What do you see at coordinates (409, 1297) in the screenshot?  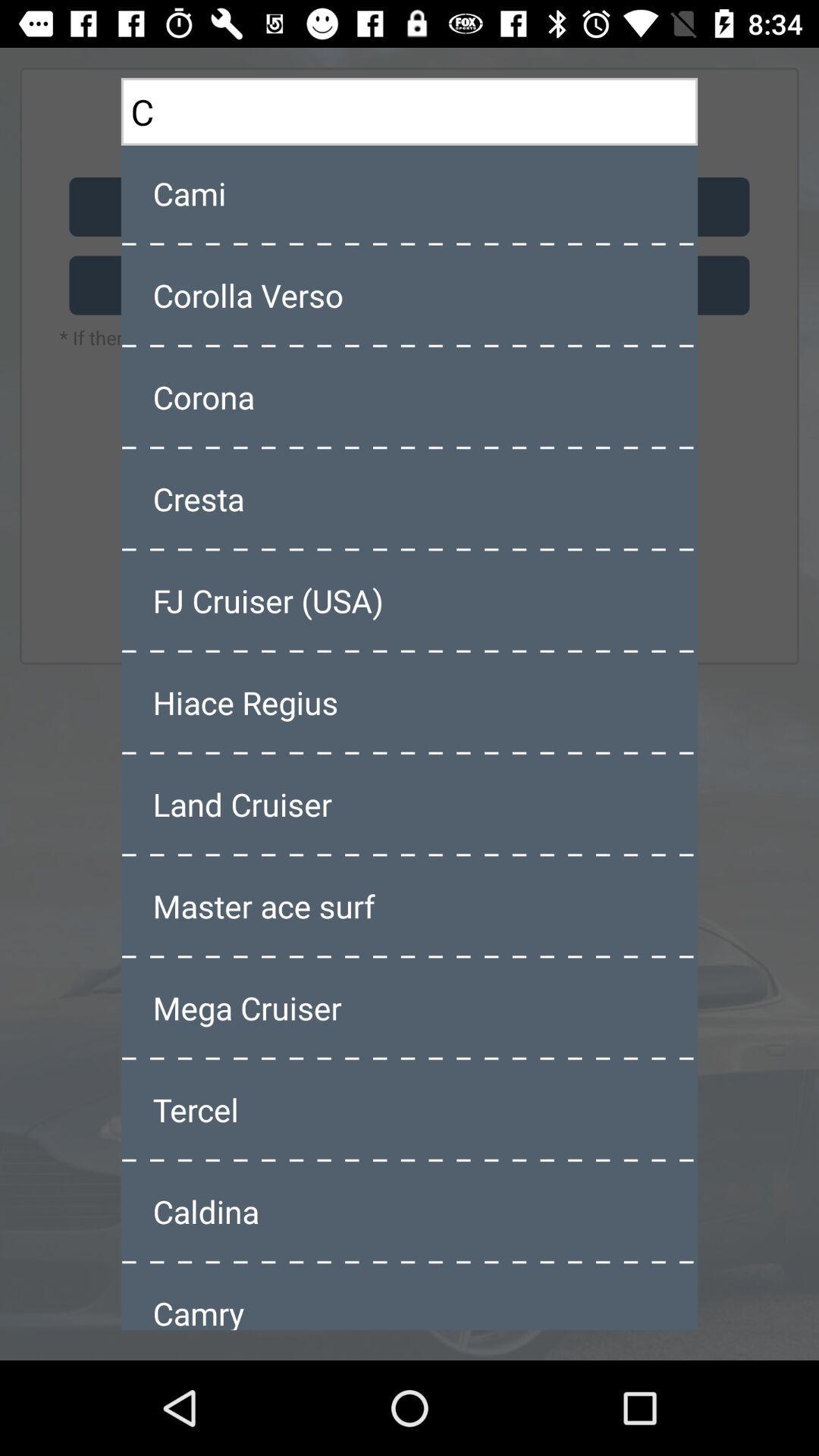 I see `camry item` at bounding box center [409, 1297].